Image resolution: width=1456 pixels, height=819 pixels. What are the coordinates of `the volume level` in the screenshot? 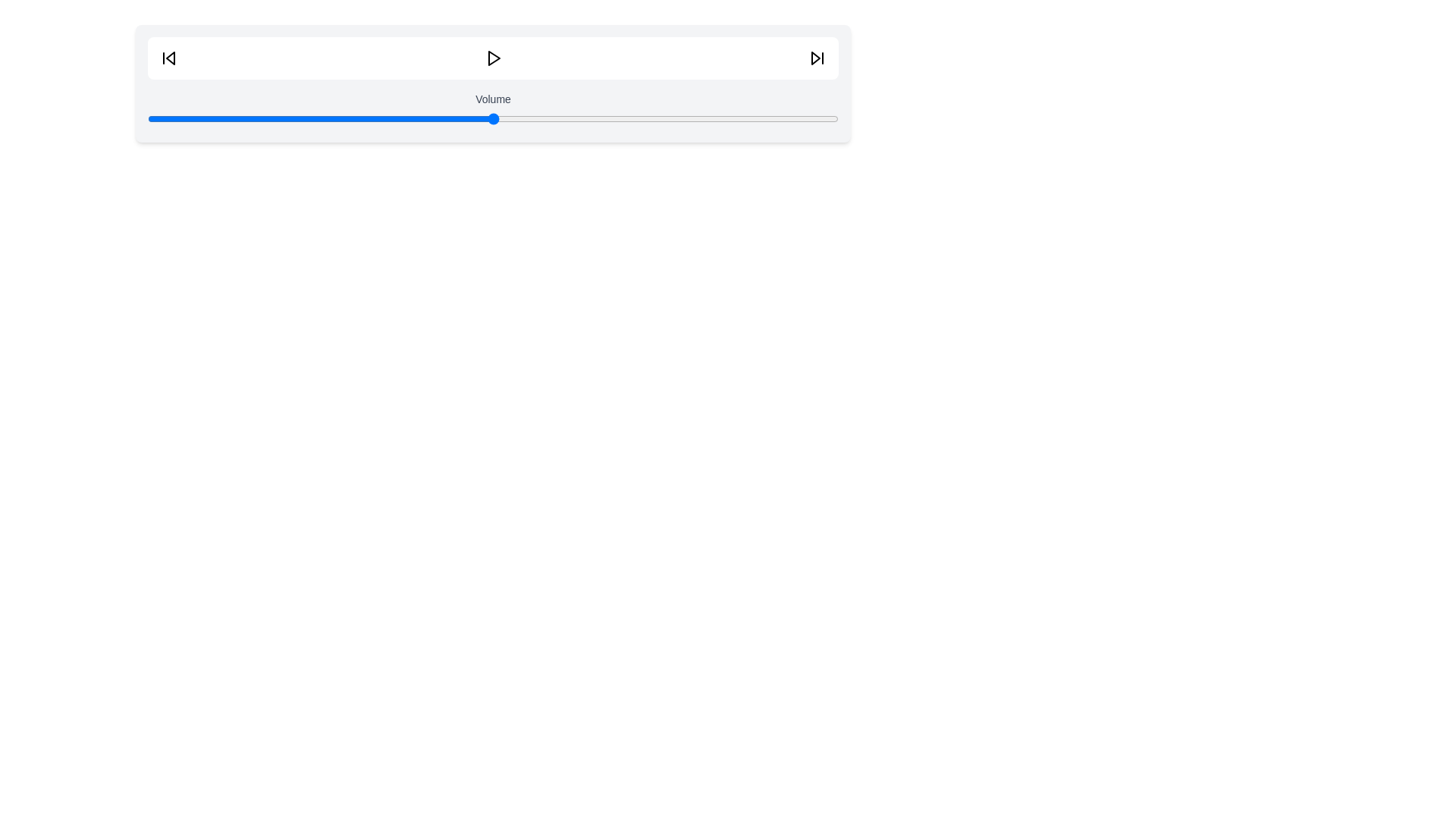 It's located at (692, 118).